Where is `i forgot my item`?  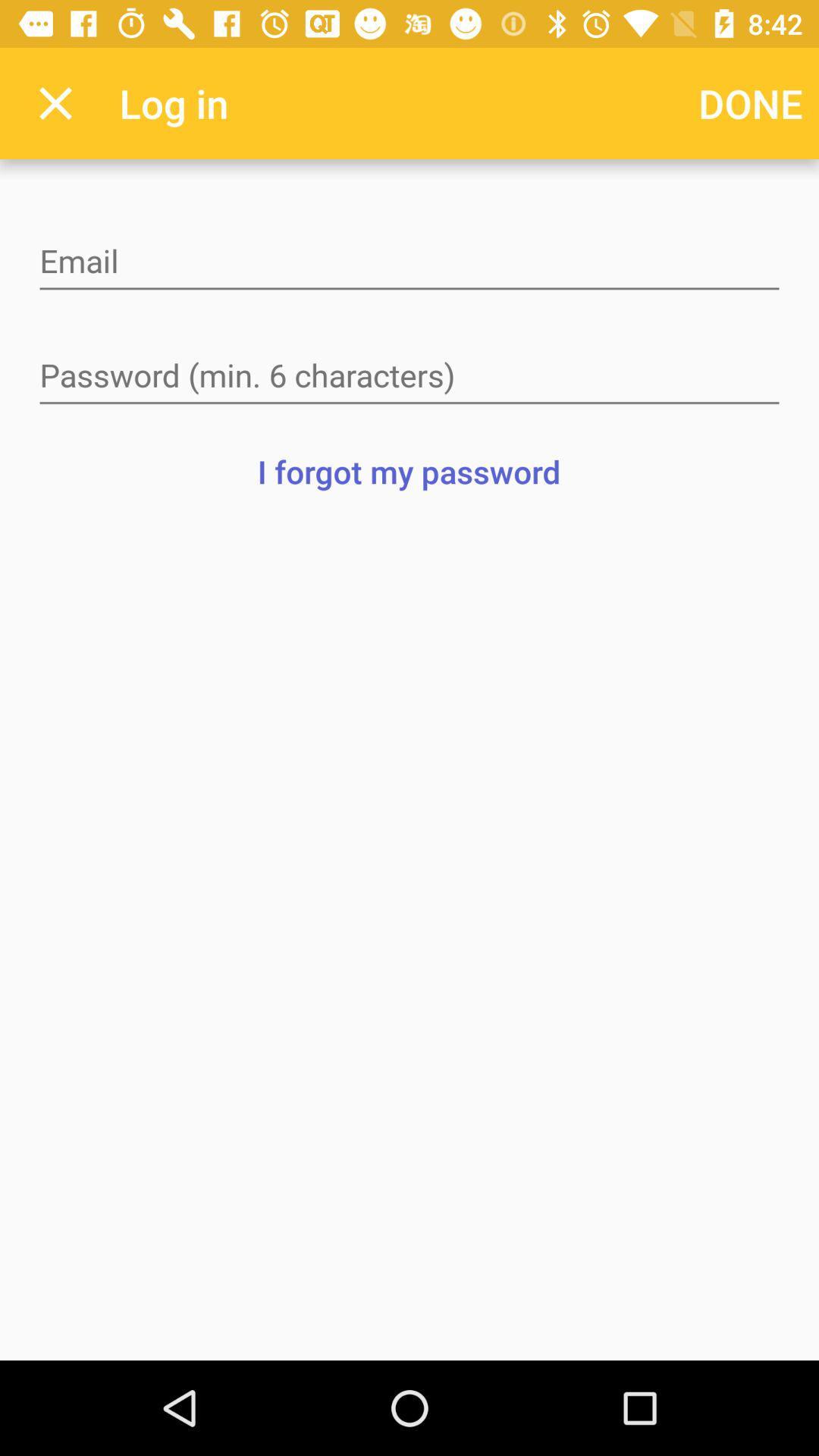 i forgot my item is located at coordinates (408, 470).